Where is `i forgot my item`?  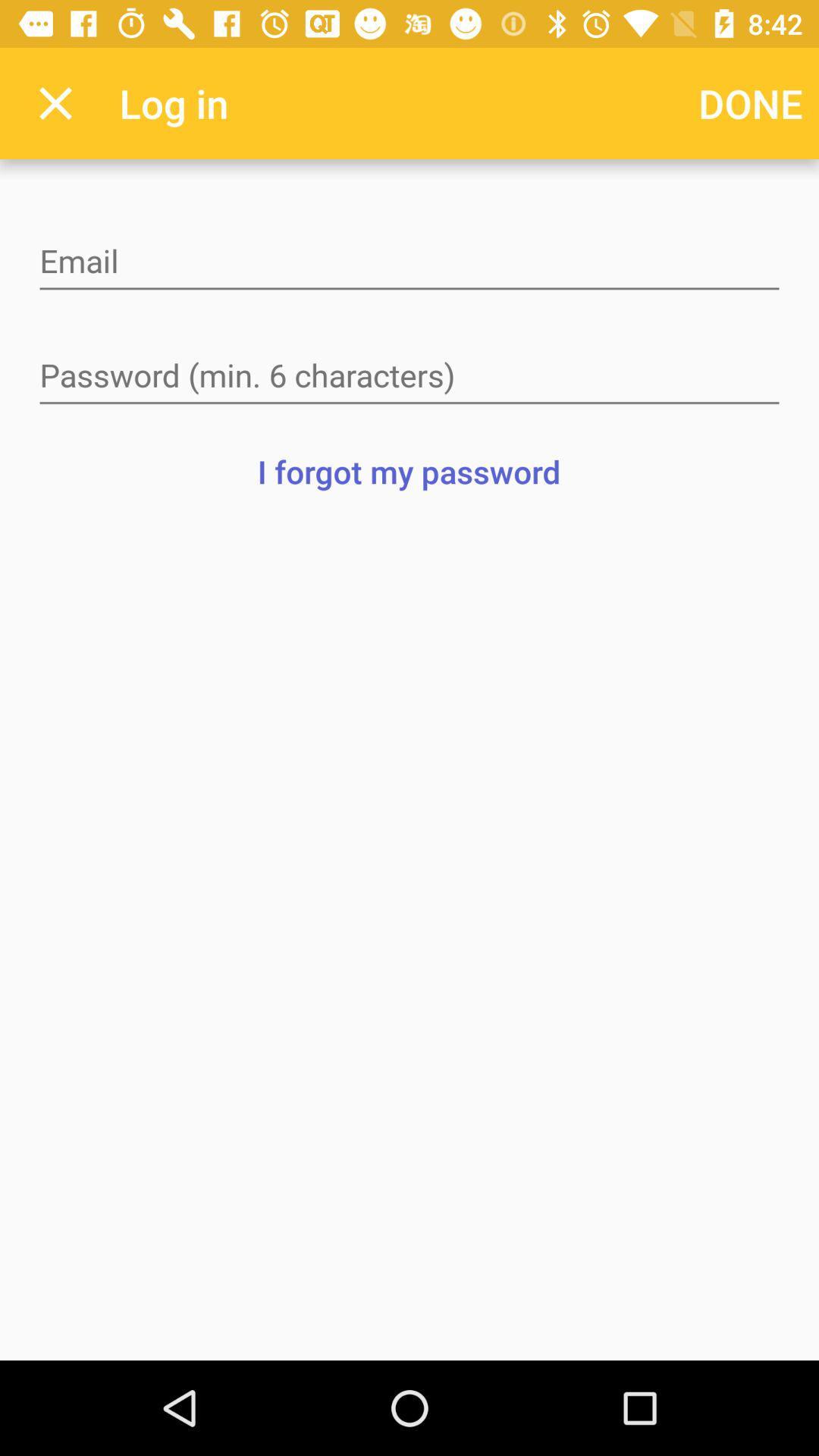 i forgot my item is located at coordinates (408, 470).